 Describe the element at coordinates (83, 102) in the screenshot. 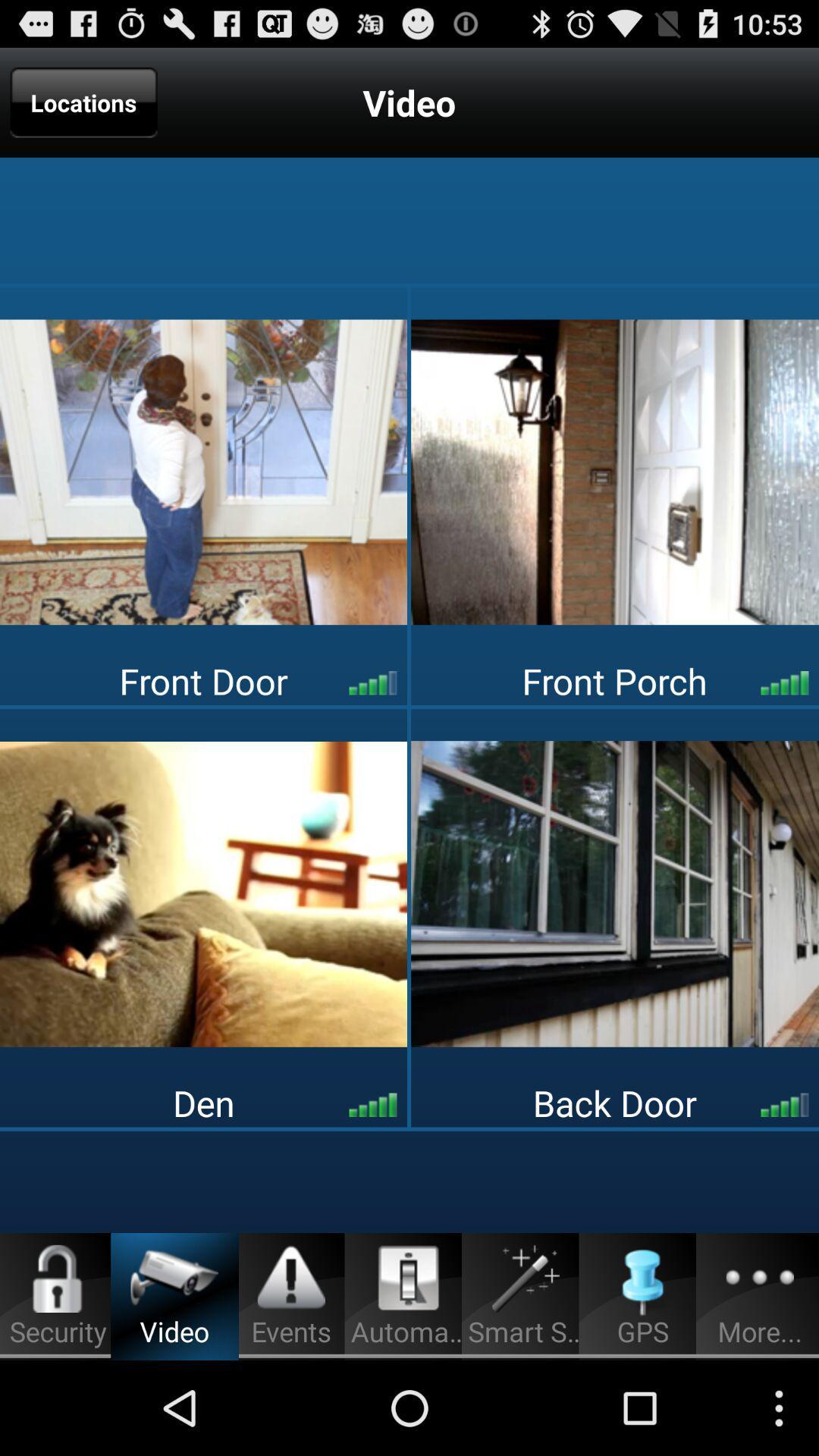

I see `item to the left of video item` at that location.